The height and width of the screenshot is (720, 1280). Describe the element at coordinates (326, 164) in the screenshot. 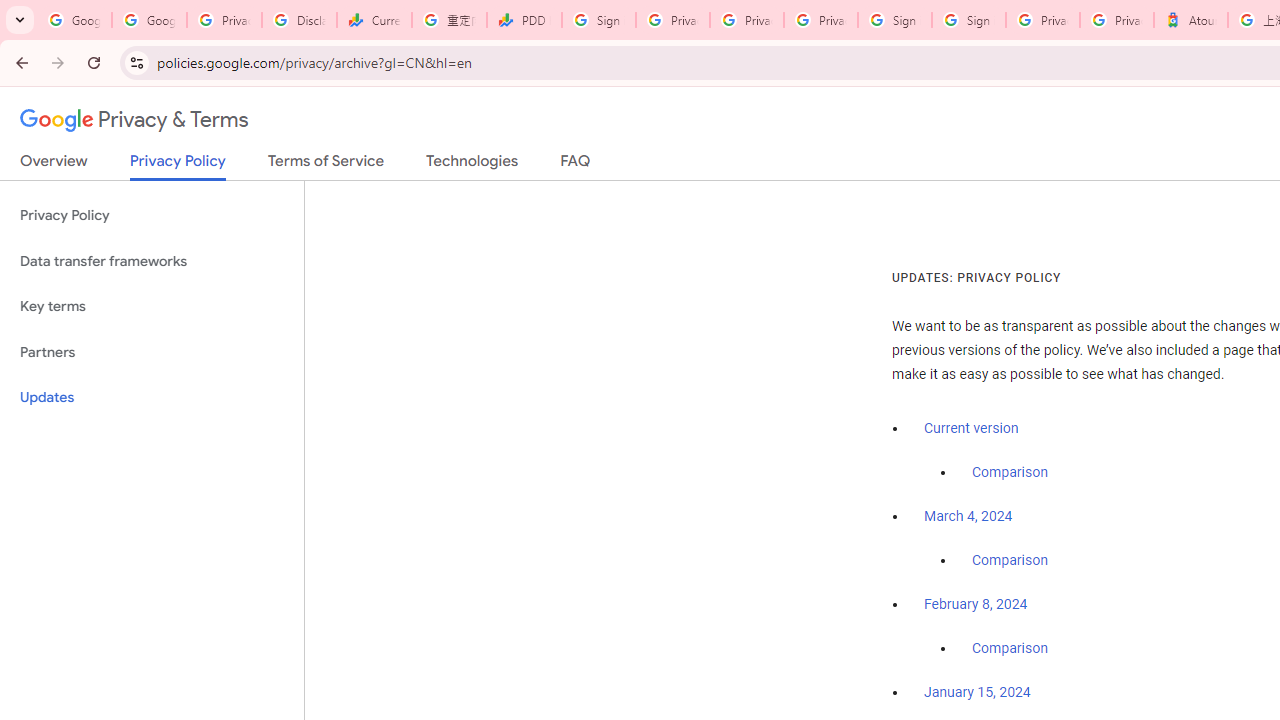

I see `'Terms of Service'` at that location.